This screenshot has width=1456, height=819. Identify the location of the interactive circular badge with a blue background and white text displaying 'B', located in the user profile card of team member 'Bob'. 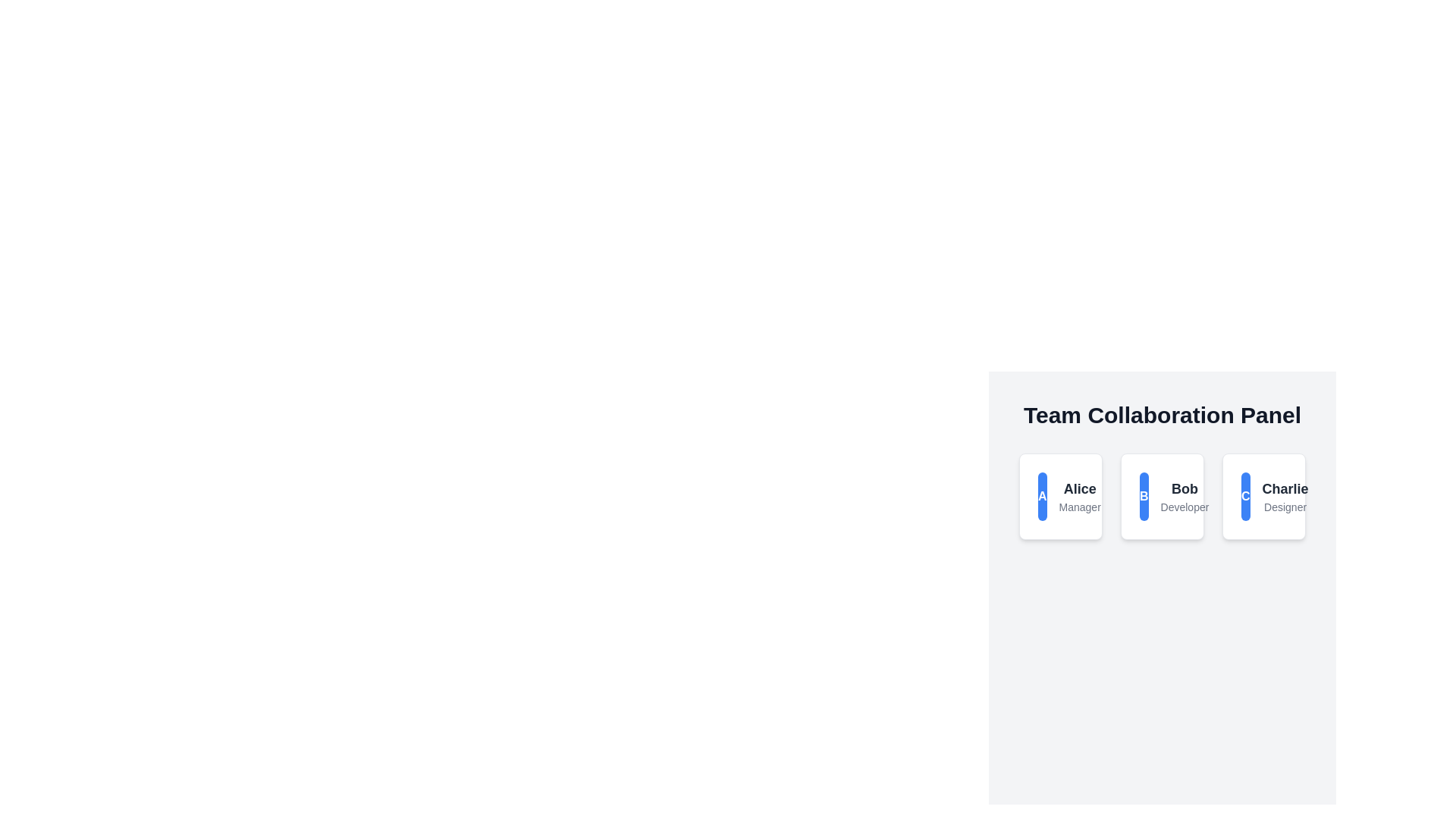
(1144, 497).